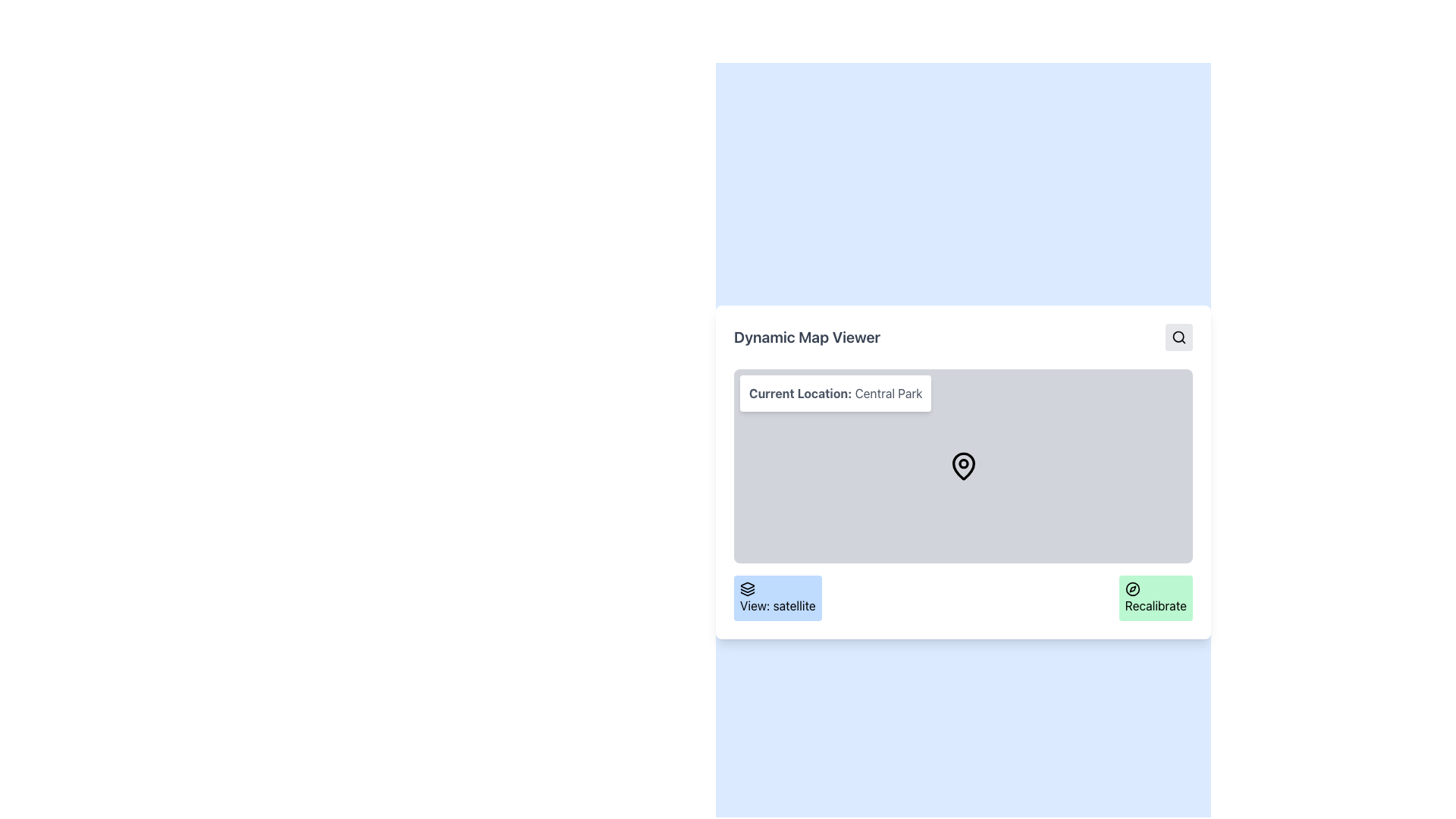 This screenshot has width=1456, height=819. What do you see at coordinates (1132, 588) in the screenshot?
I see `the compass-like icon within the 'Recalibrate' button located at the bottom-right corner of the main interface` at bounding box center [1132, 588].